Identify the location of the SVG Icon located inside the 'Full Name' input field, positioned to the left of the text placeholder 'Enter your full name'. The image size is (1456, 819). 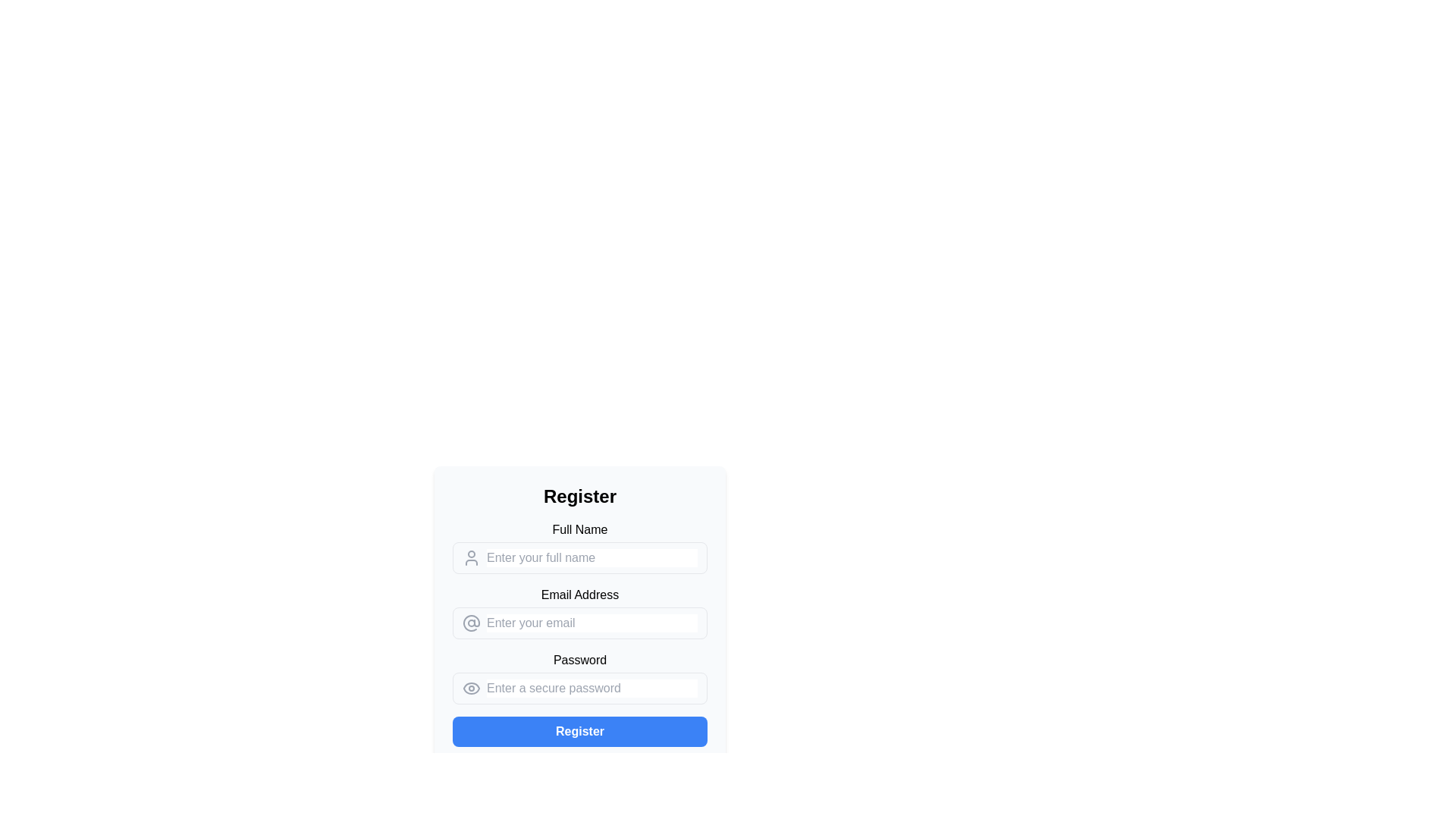
(471, 558).